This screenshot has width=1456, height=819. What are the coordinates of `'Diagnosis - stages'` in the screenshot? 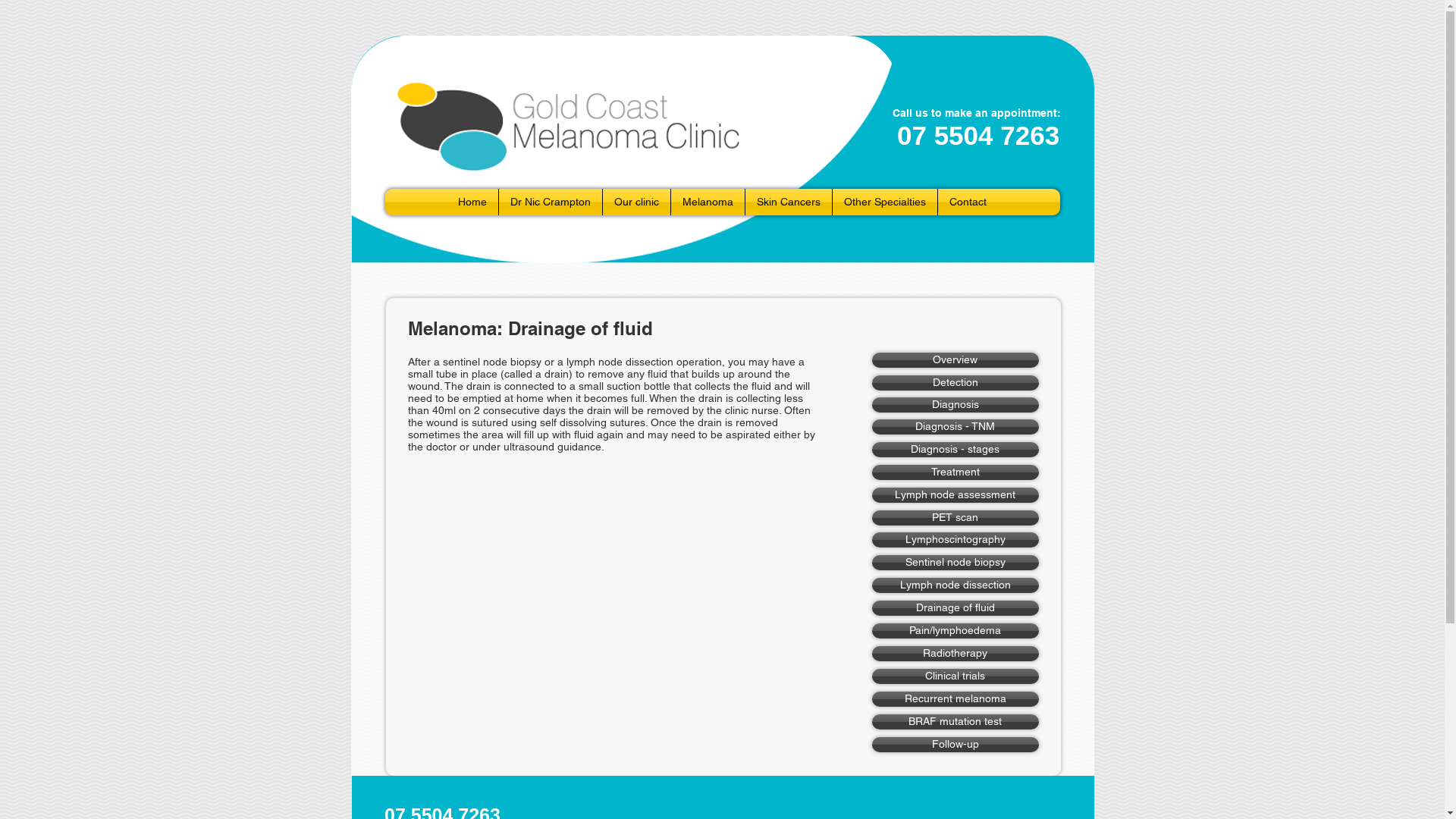 It's located at (872, 449).